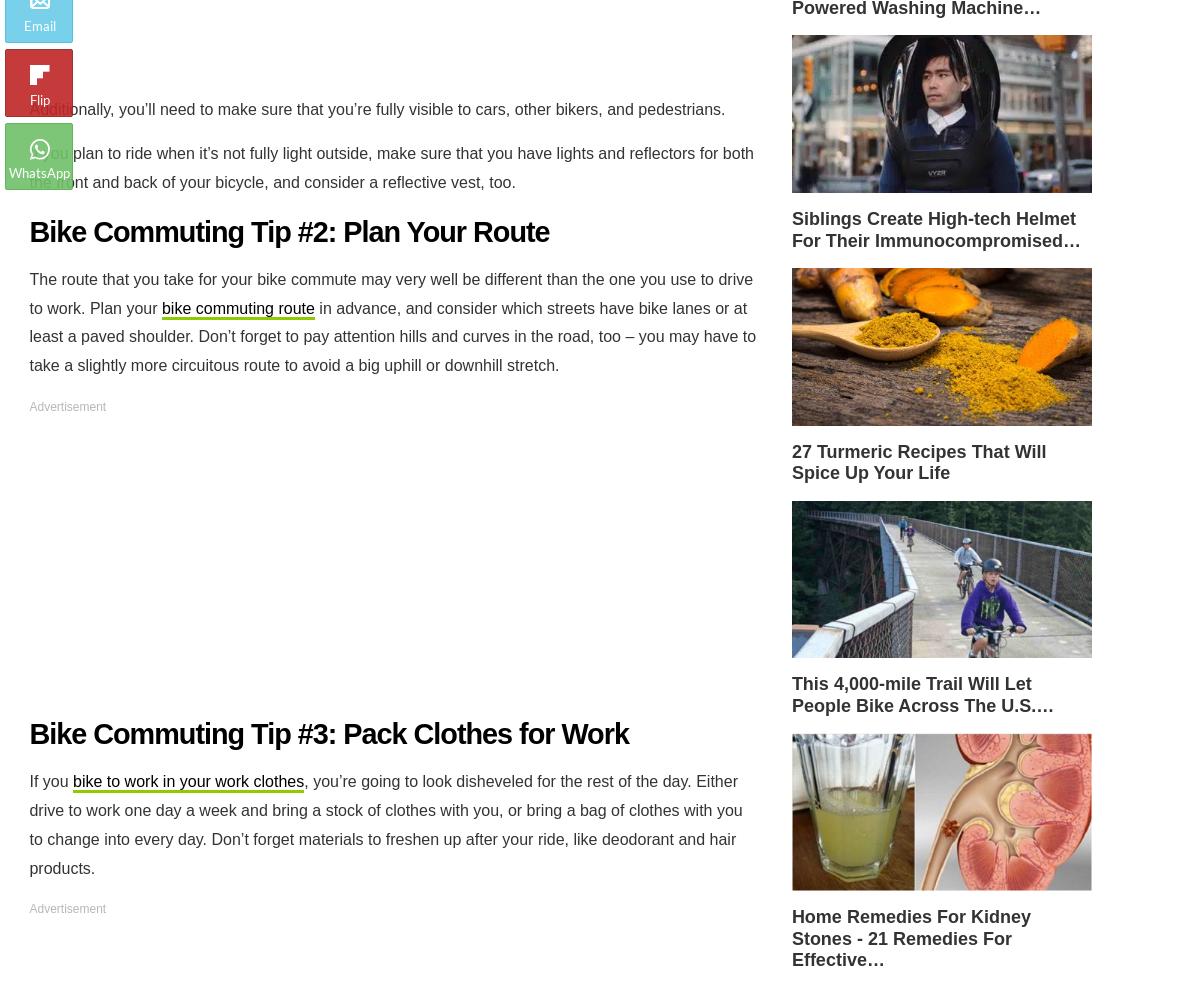 This screenshot has height=1004, width=1178. What do you see at coordinates (27, 824) in the screenshot?
I see `', you’re going to look disheveled for the rest of the day. Either drive to work one day a week and bring a stock of clothes with you, or bring a bag of clothes with you to change into every day. Don’t forget materials to freshen up after your ride, like deodorant and hair products.'` at bounding box center [27, 824].